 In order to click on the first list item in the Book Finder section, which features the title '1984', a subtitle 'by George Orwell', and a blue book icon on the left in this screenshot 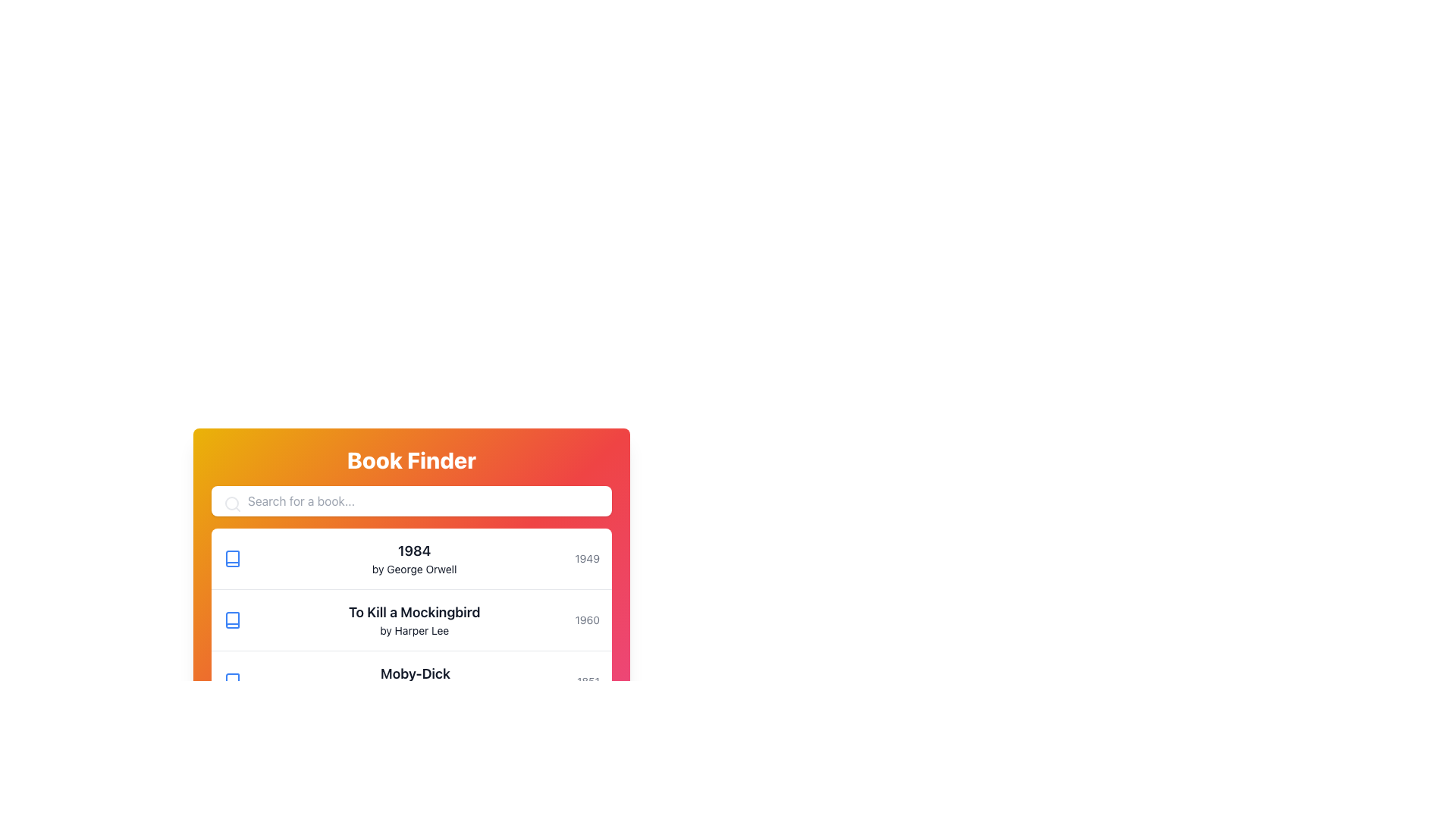, I will do `click(411, 559)`.